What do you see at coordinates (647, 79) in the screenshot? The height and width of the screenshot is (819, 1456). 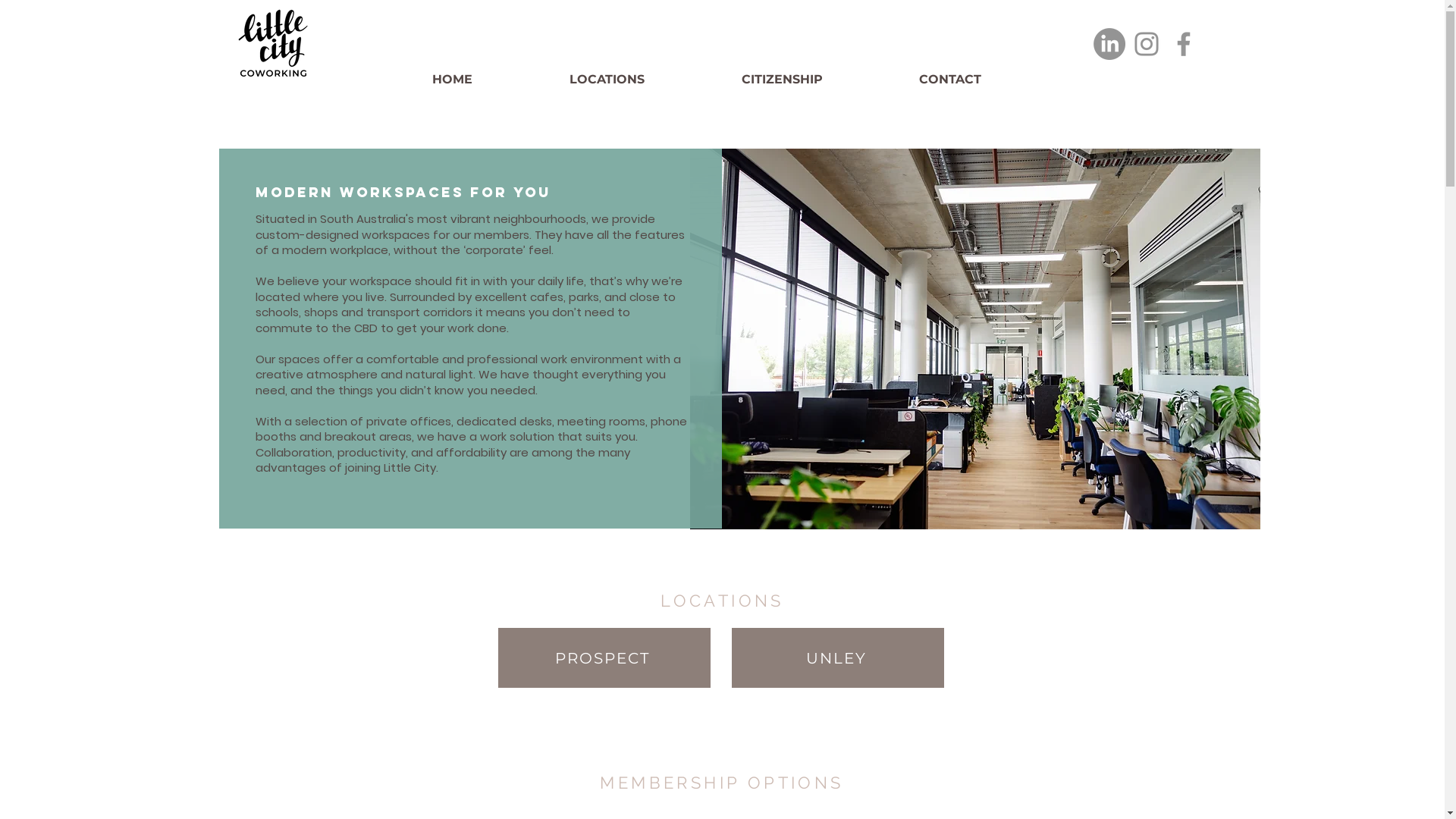 I see `'LOCATIONS'` at bounding box center [647, 79].